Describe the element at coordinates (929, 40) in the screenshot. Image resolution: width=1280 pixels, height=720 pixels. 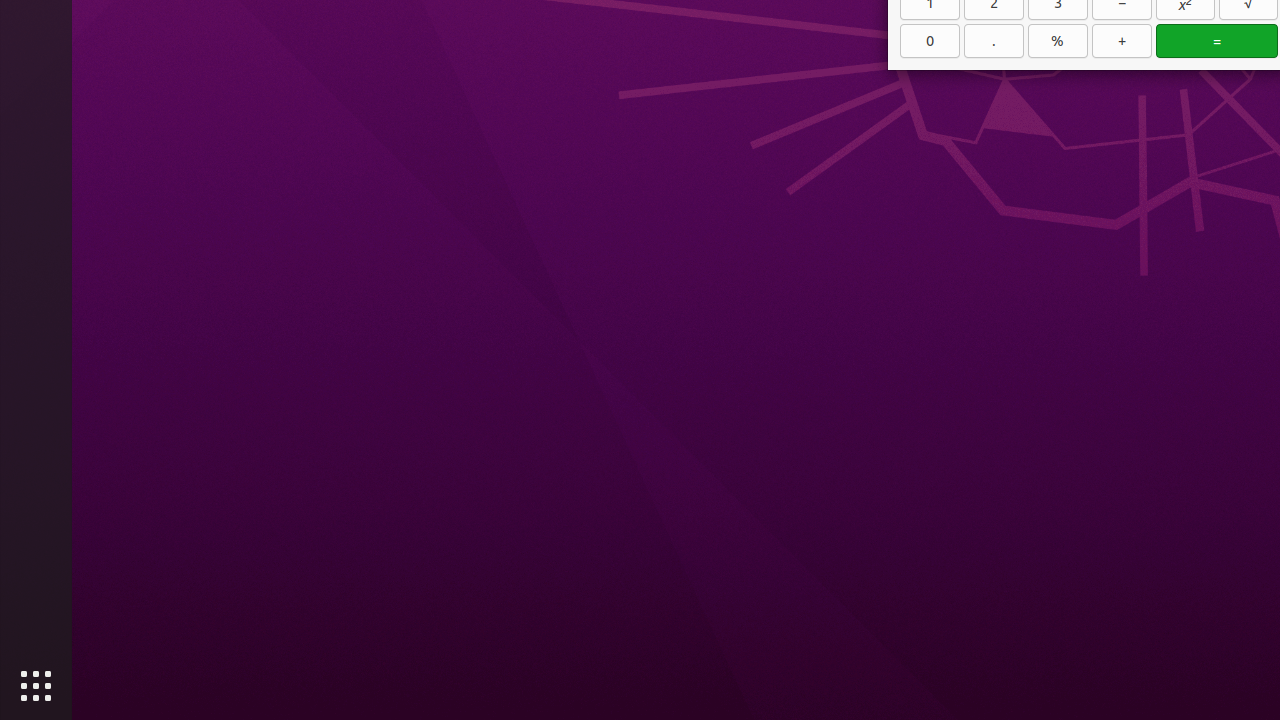
I see `'0'` at that location.